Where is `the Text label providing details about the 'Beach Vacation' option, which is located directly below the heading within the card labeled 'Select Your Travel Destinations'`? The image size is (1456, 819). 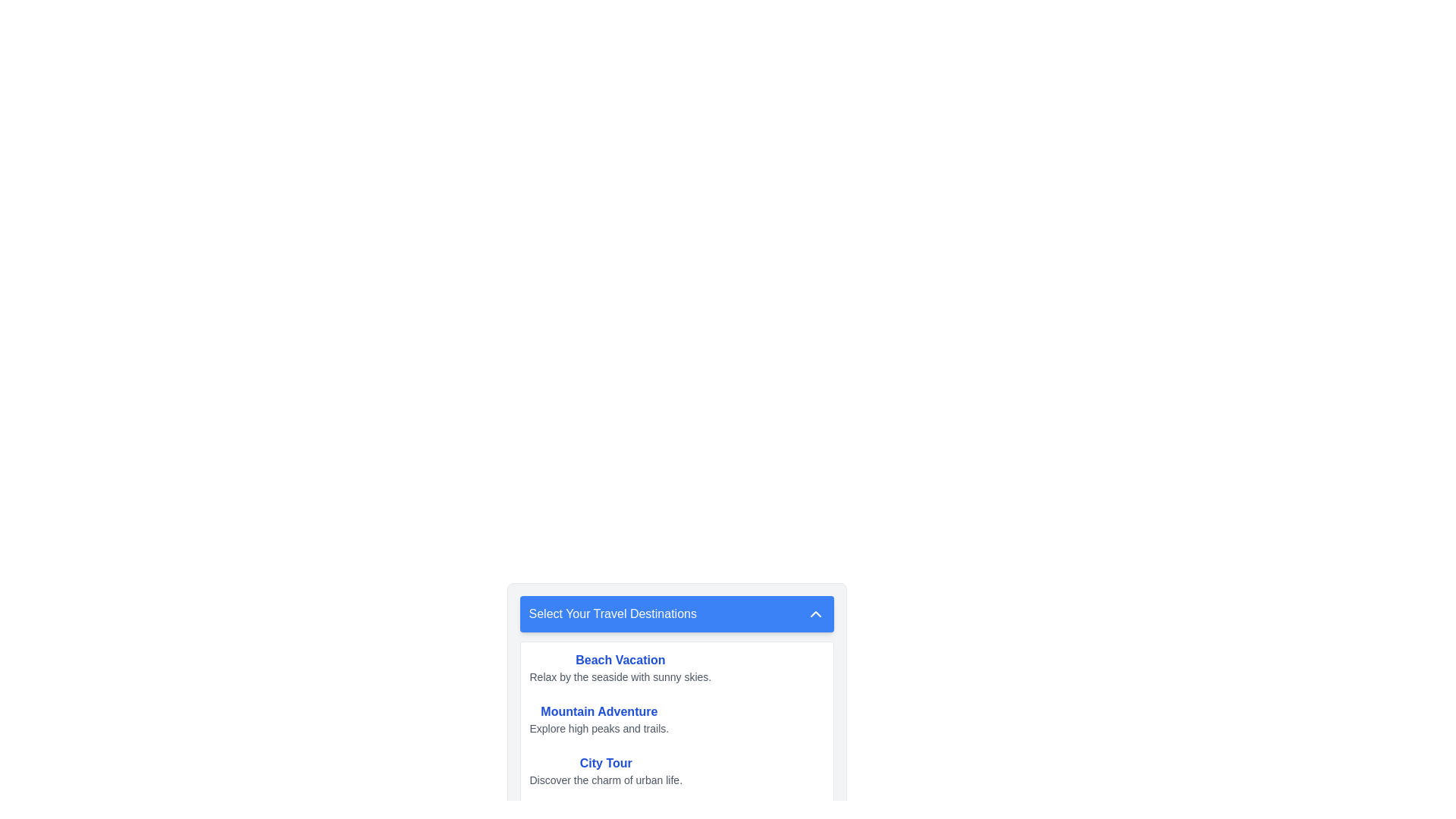 the Text label providing details about the 'Beach Vacation' option, which is located directly below the heading within the card labeled 'Select Your Travel Destinations' is located at coordinates (620, 676).